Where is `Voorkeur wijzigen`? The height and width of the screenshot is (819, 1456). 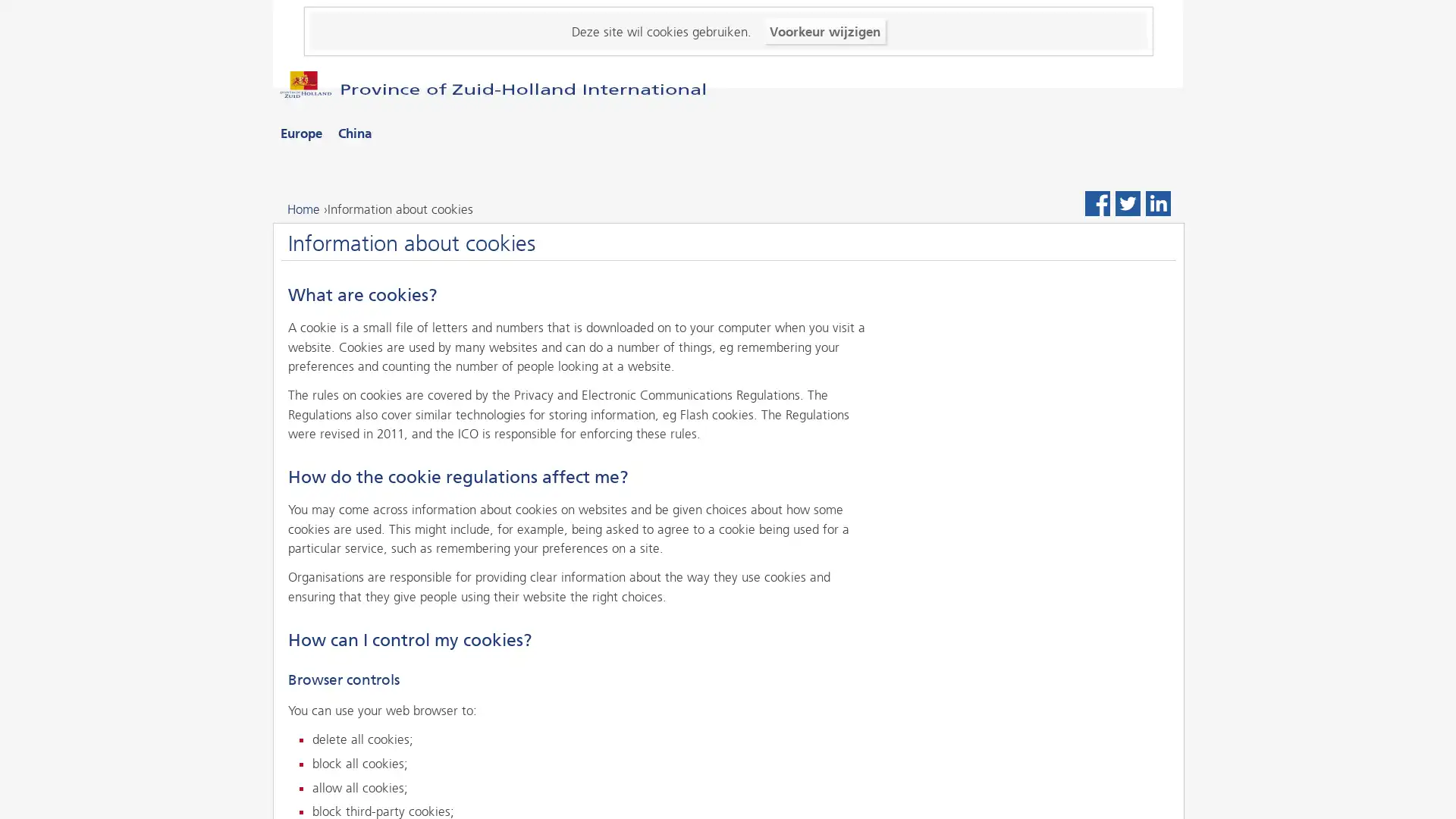
Voorkeur wijzigen is located at coordinates (823, 30).